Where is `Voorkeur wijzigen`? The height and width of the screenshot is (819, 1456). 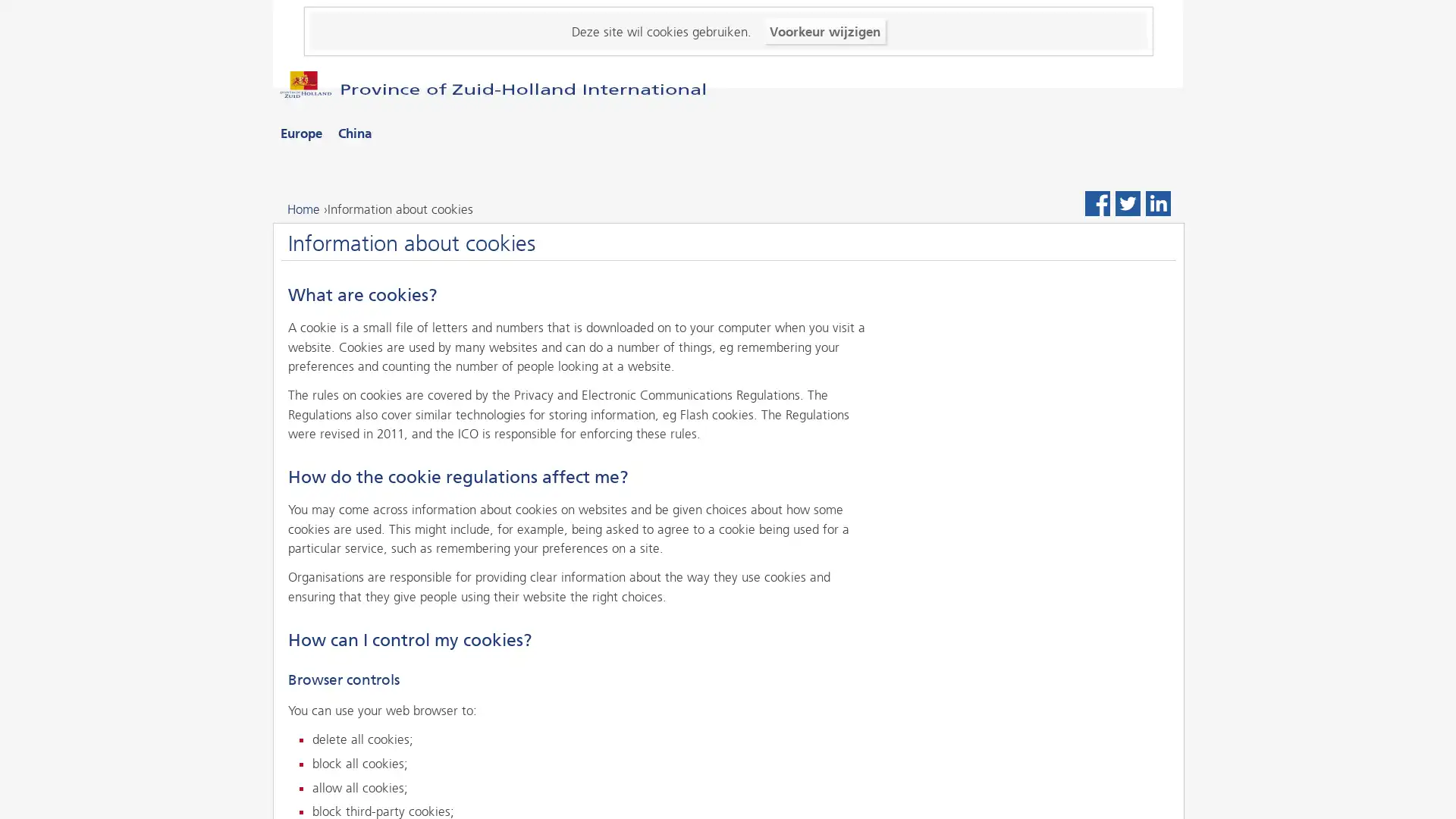
Voorkeur wijzigen is located at coordinates (823, 30).